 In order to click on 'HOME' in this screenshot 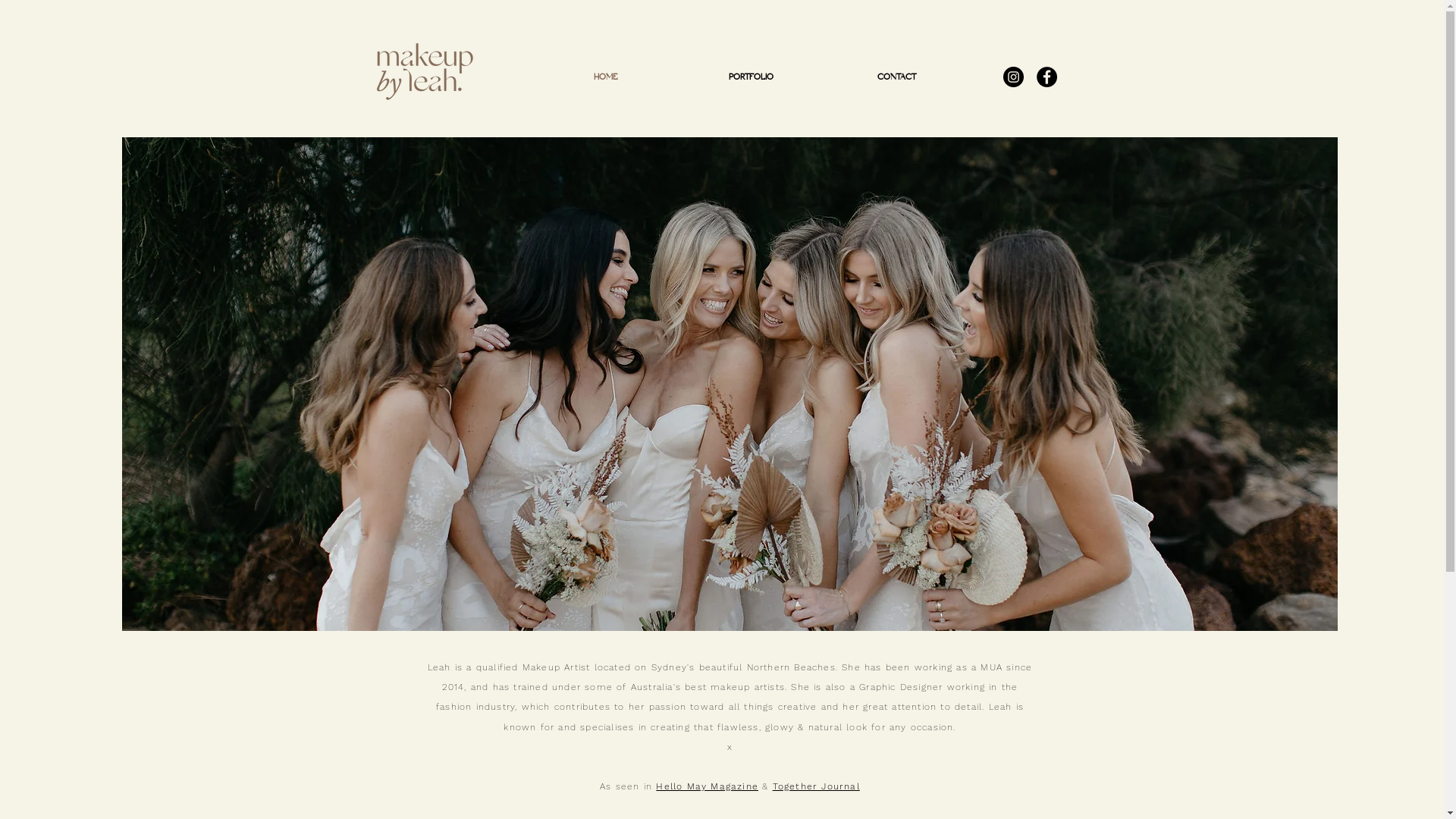, I will do `click(604, 77)`.